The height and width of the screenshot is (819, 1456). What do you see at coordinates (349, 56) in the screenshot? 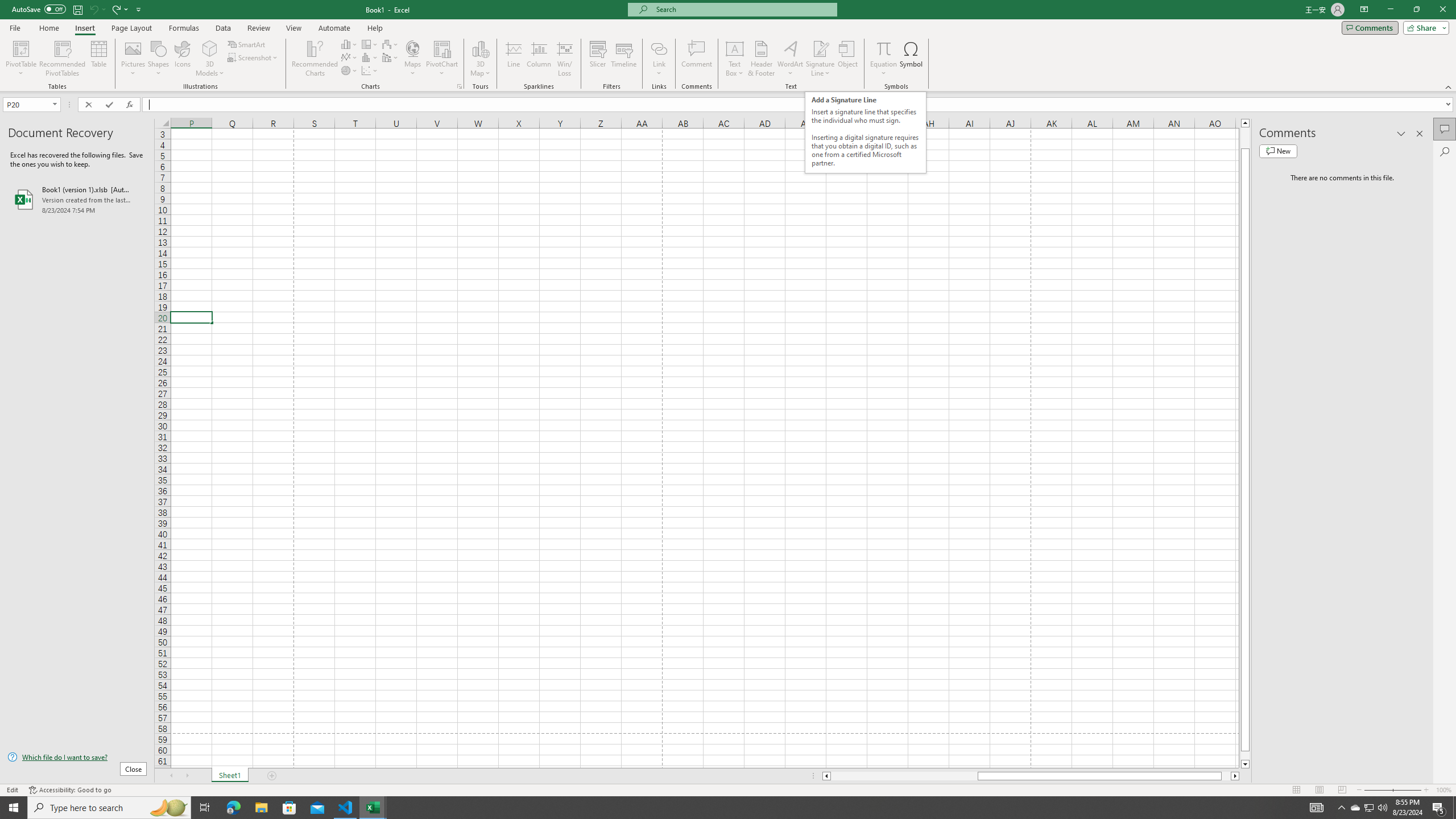
I see `'Insert Line or Area Chart'` at bounding box center [349, 56].